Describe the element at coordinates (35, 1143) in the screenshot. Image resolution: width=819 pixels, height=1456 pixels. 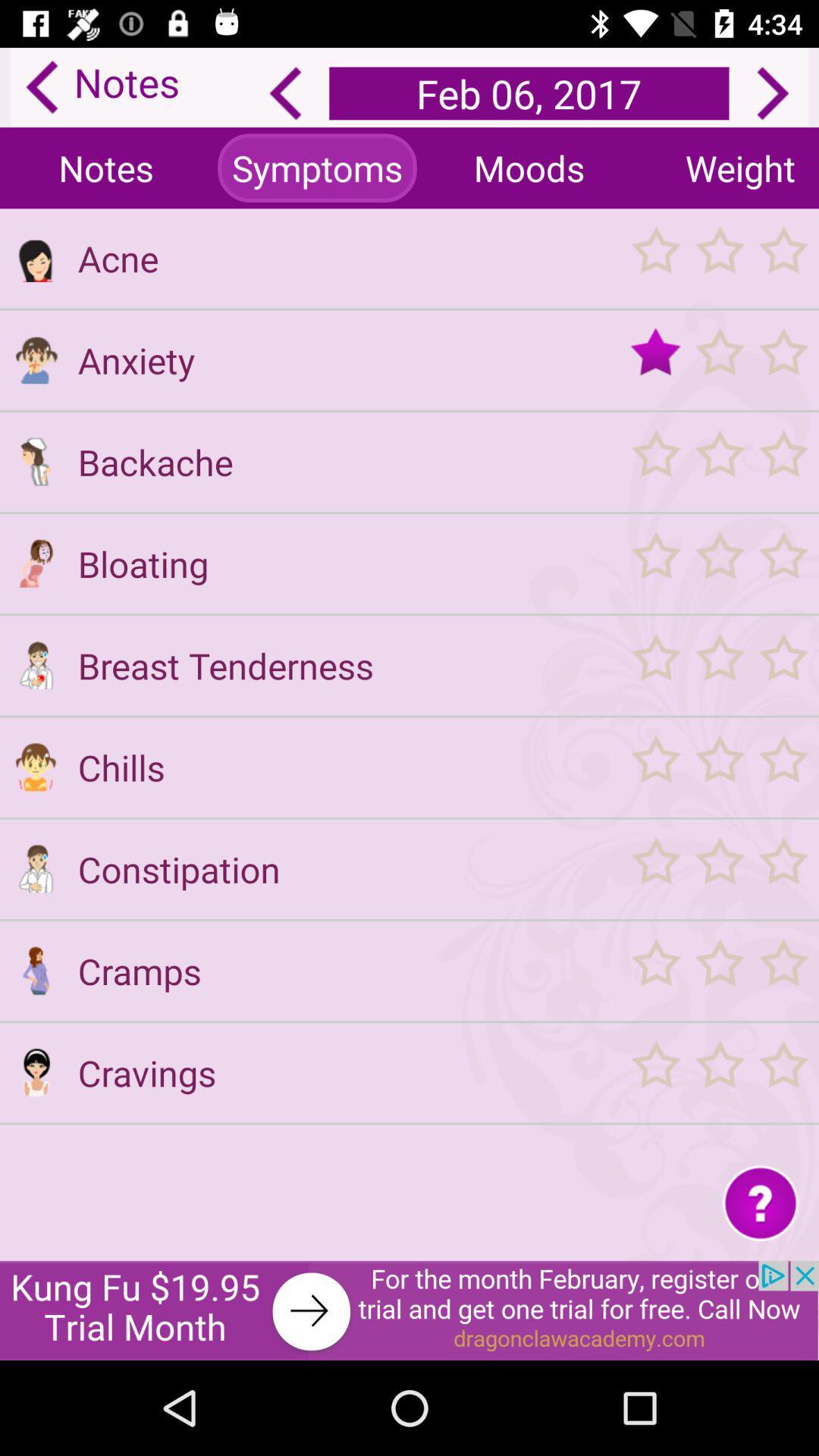
I see `blank page` at that location.